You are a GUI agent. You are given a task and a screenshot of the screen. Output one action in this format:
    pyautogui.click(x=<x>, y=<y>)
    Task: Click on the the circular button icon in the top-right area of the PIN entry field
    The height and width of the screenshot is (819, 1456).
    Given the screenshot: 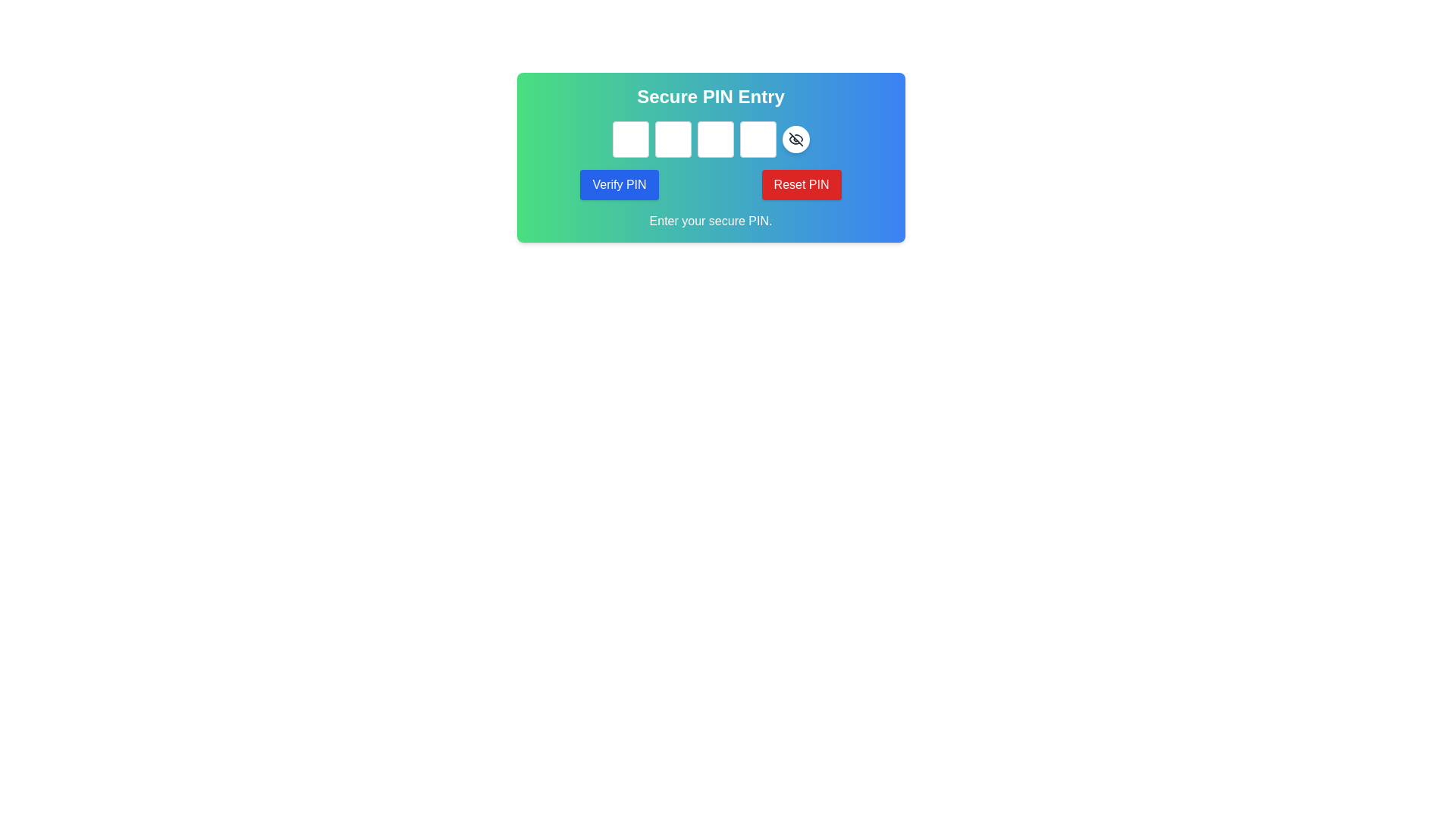 What is the action you would take?
    pyautogui.click(x=795, y=140)
    